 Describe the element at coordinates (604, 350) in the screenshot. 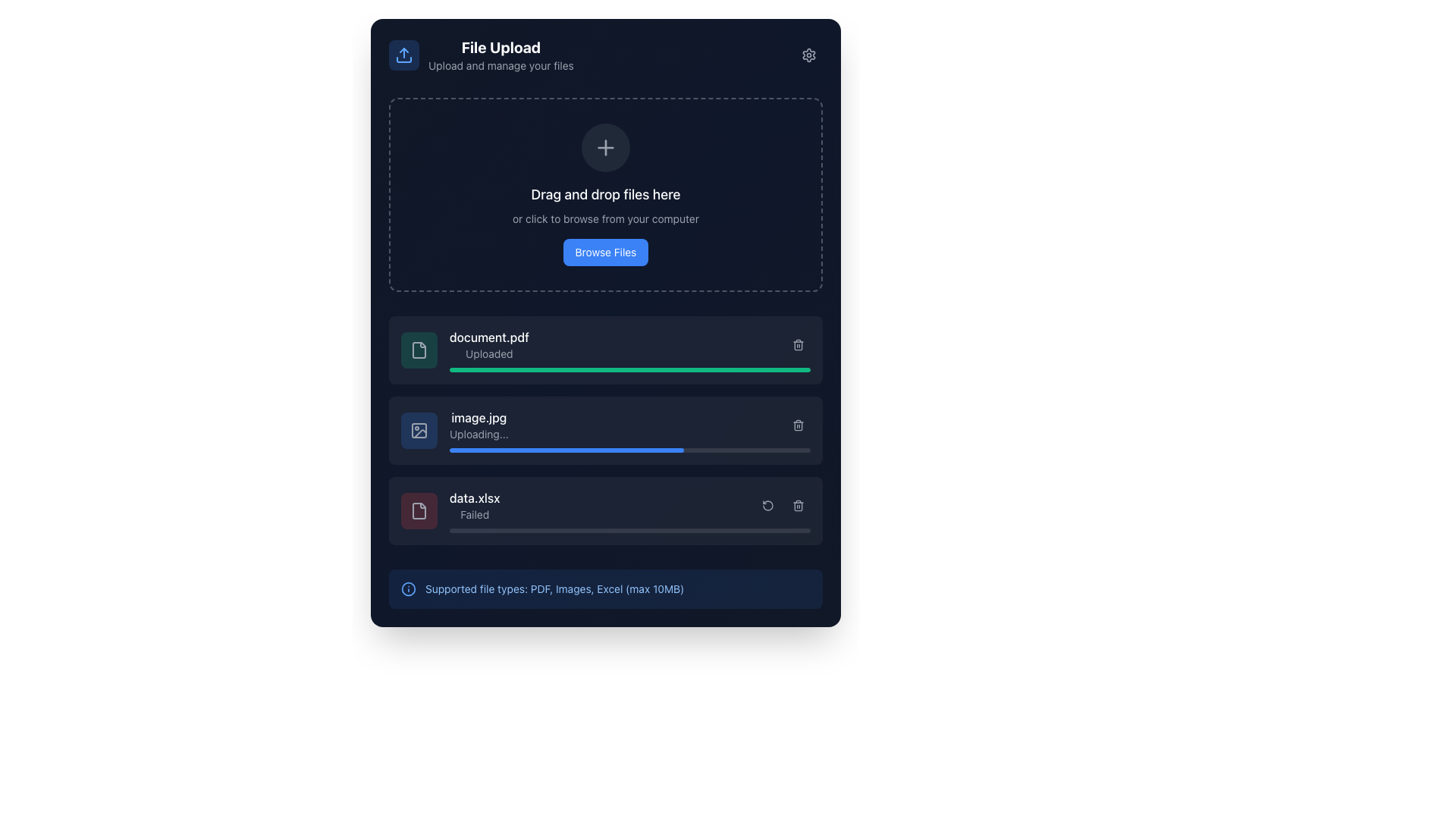

I see `the file upload item labeled 'document.pdf'` at that location.